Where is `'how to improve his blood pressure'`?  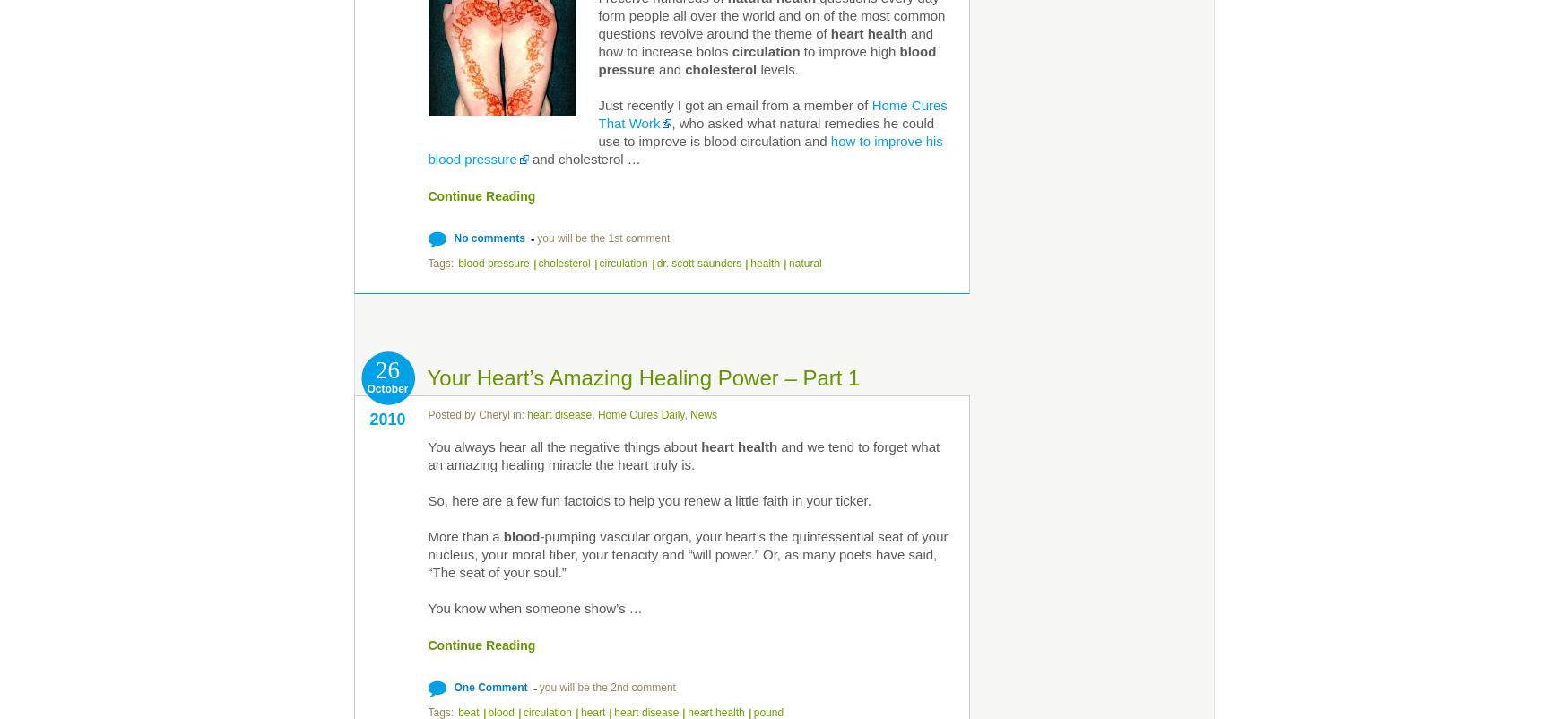 'how to improve his blood pressure' is located at coordinates (684, 150).